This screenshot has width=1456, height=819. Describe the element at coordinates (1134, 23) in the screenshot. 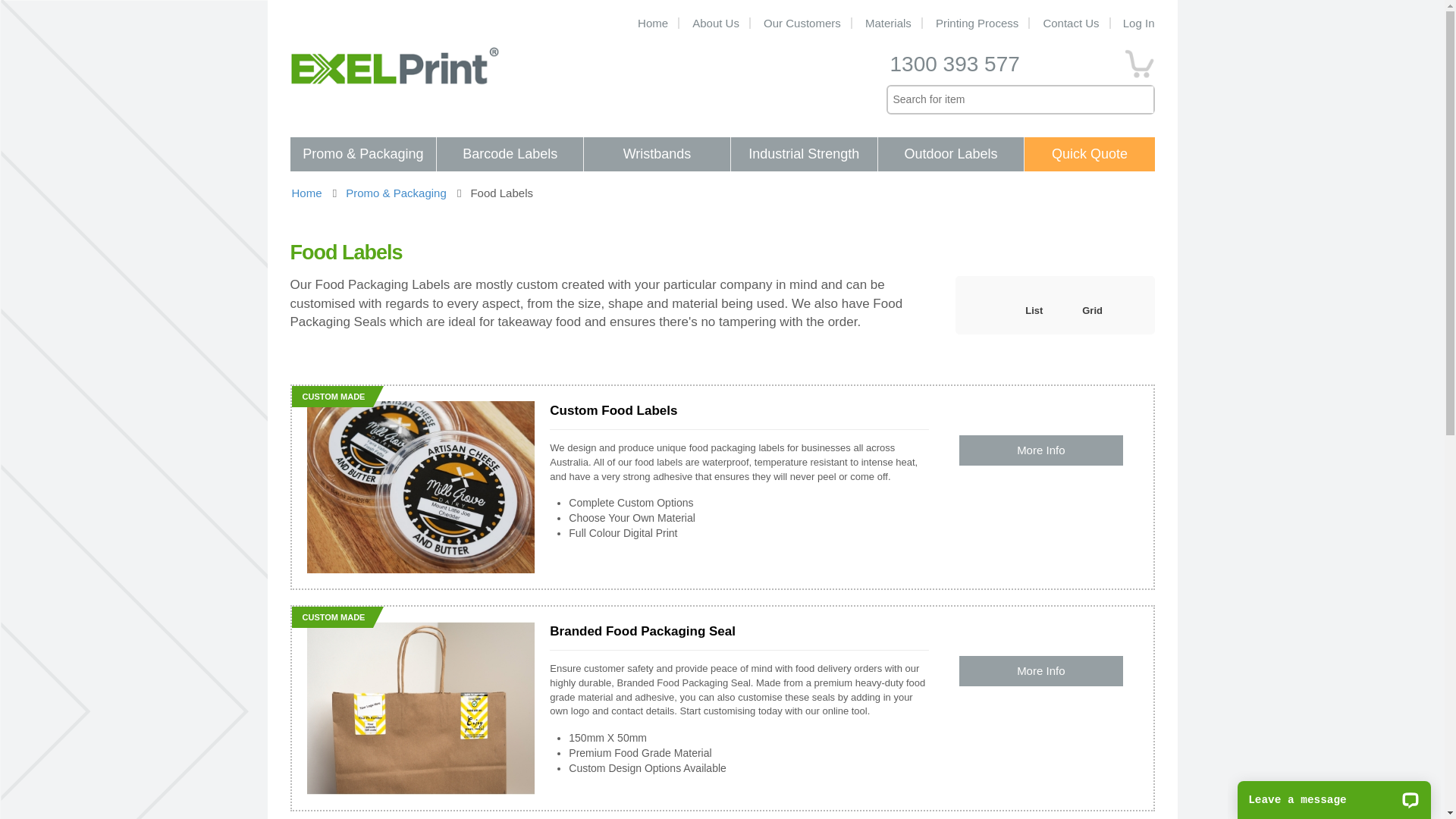

I see `'Log In'` at that location.